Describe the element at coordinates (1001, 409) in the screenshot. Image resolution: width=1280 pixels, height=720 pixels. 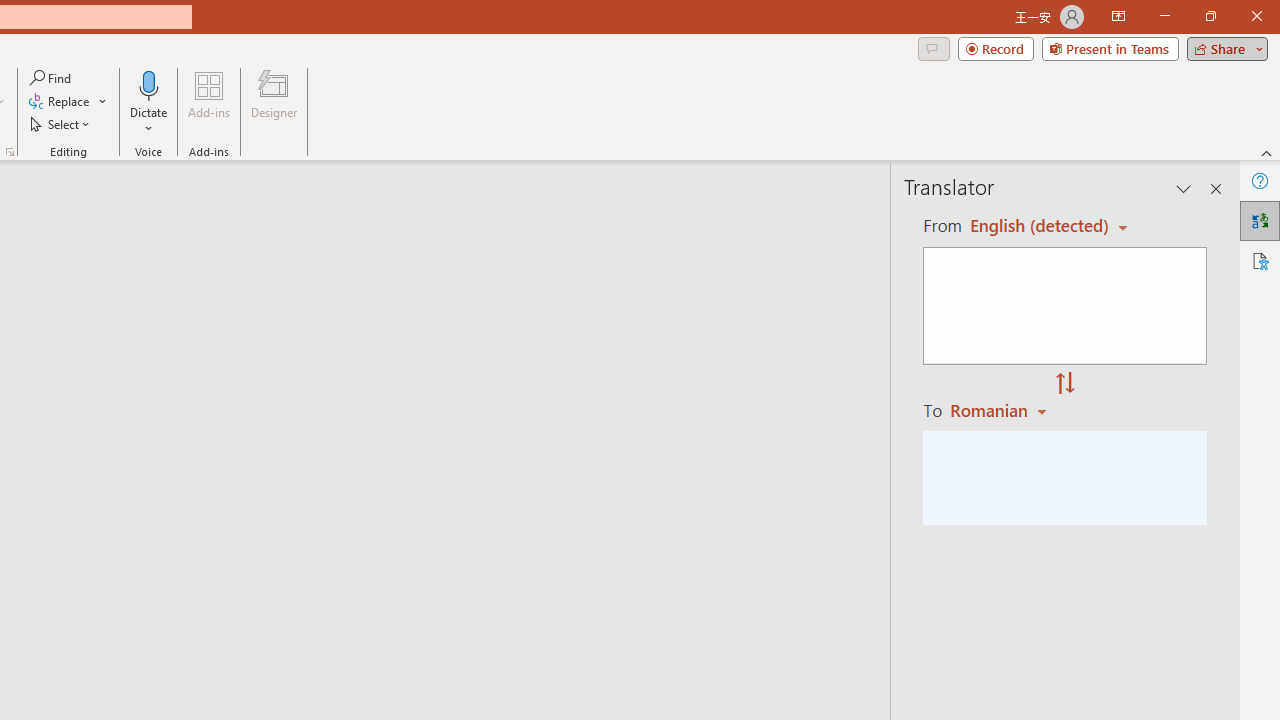
I see `'Romanian'` at that location.